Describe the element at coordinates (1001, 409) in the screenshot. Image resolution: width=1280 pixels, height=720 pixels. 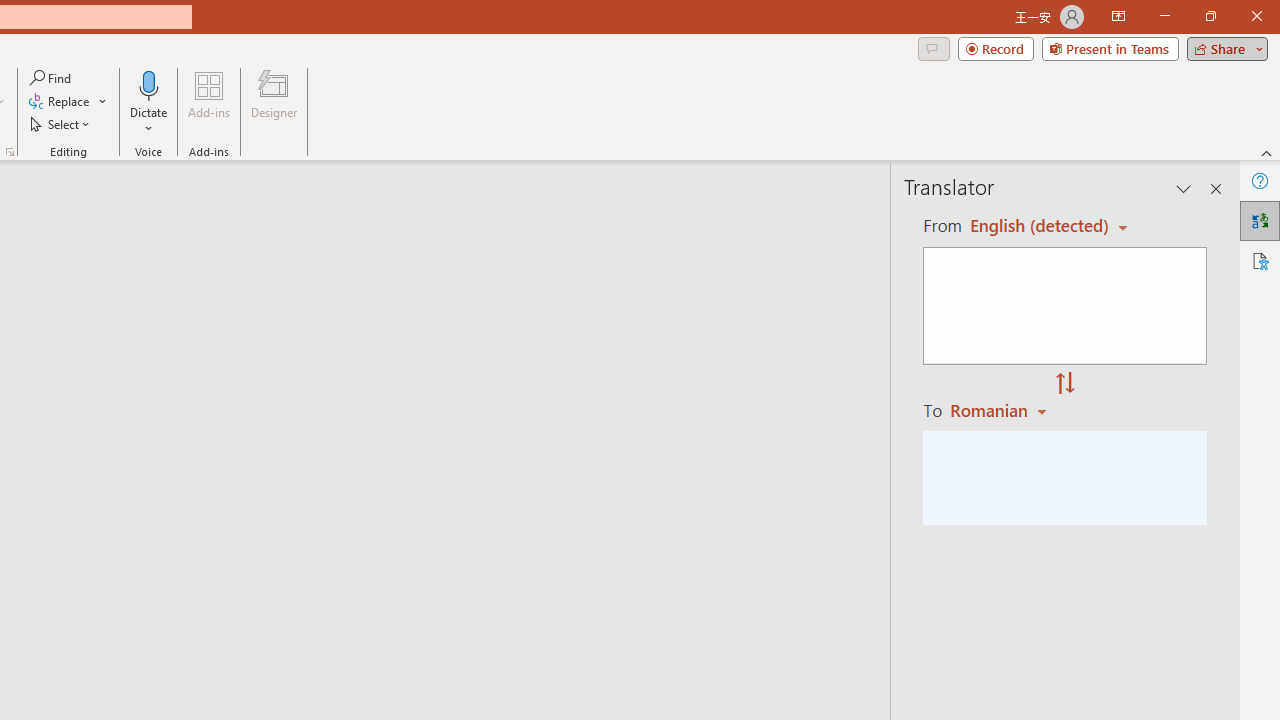
I see `'Romanian'` at that location.